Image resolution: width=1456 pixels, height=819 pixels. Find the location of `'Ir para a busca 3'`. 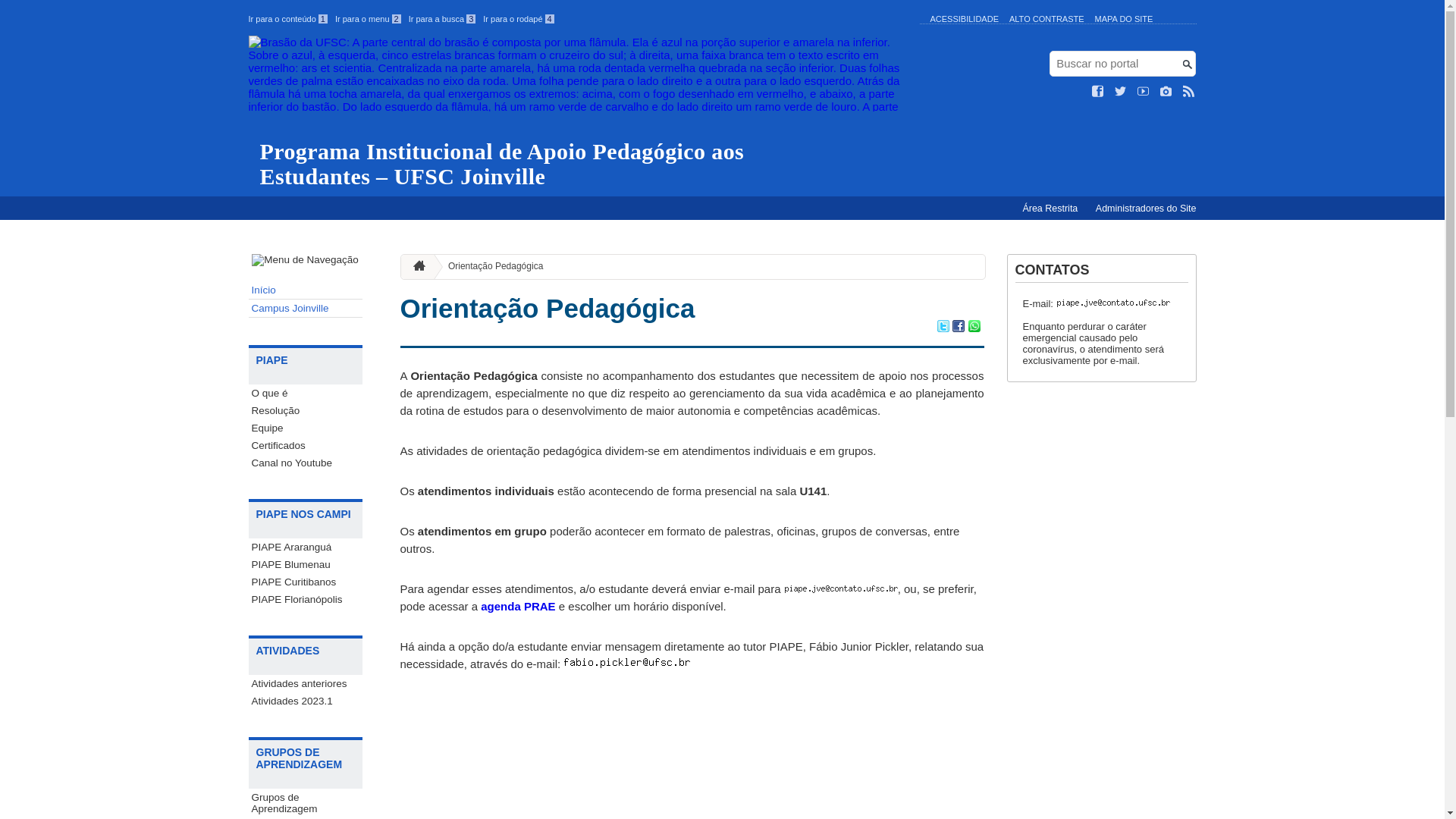

'Ir para a busca 3' is located at coordinates (441, 18).